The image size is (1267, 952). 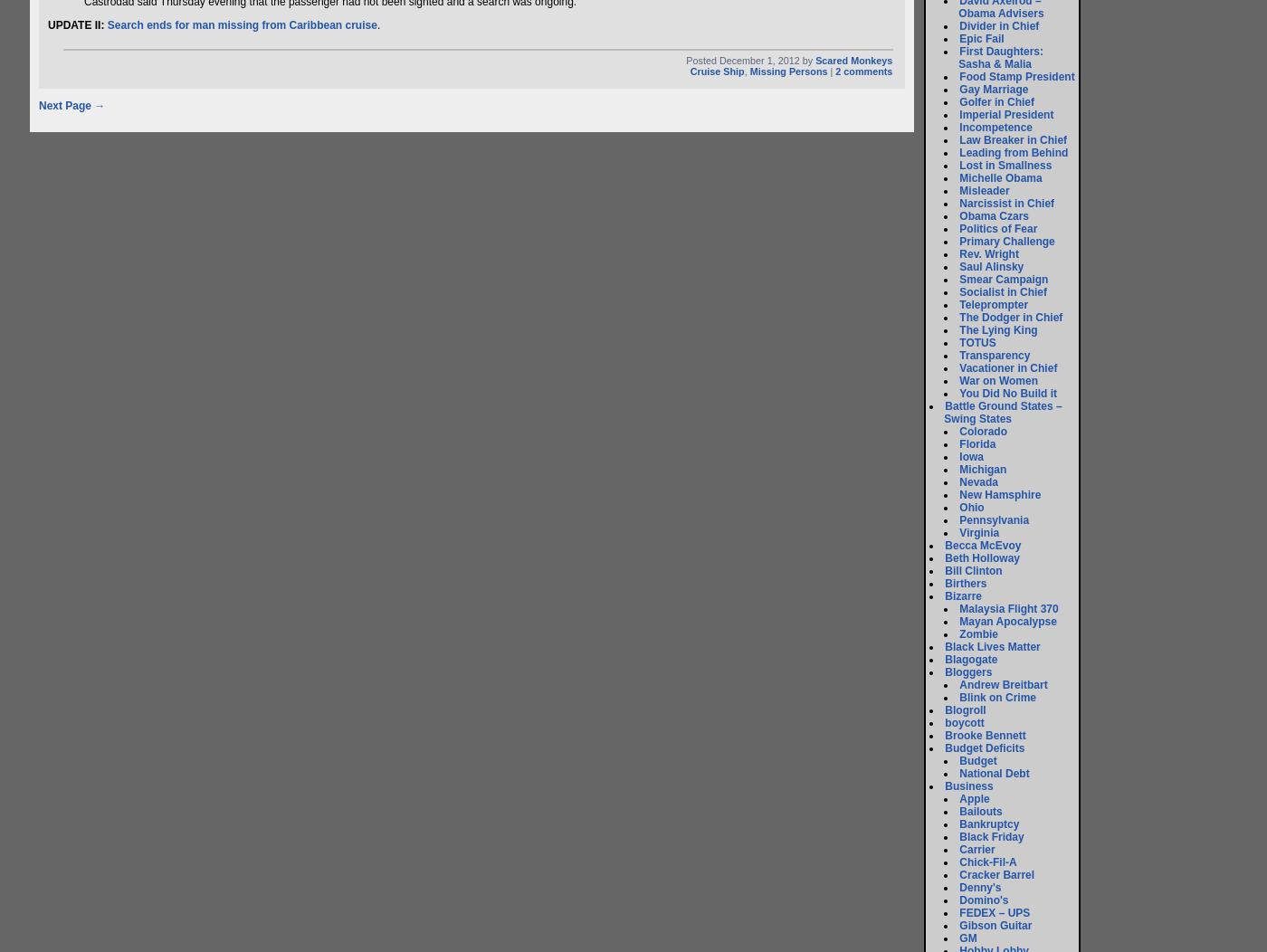 I want to click on 'Domino's', so click(x=983, y=900).